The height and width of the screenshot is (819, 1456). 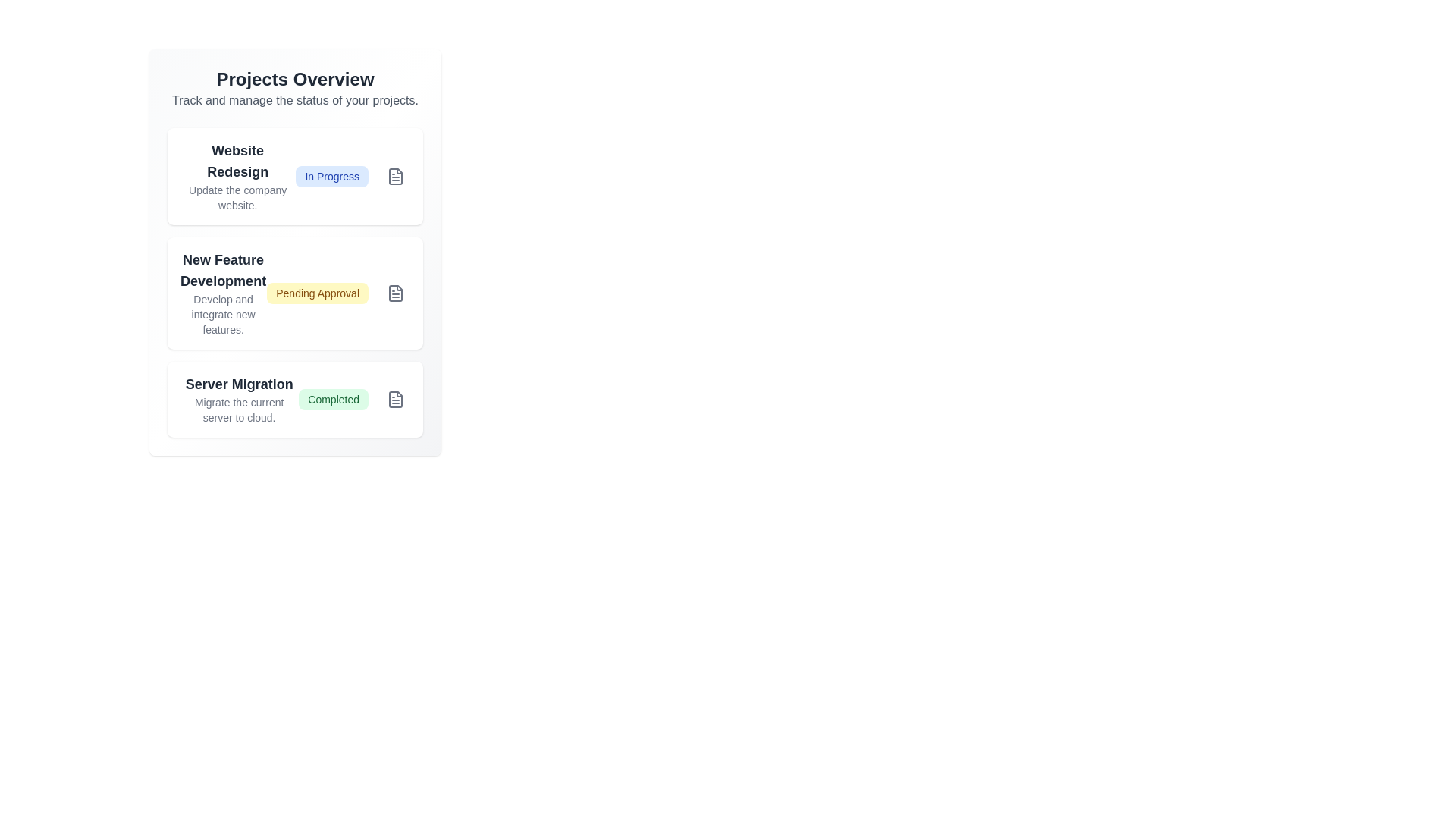 What do you see at coordinates (333, 399) in the screenshot?
I see `the project associated with the status badge Completed` at bounding box center [333, 399].